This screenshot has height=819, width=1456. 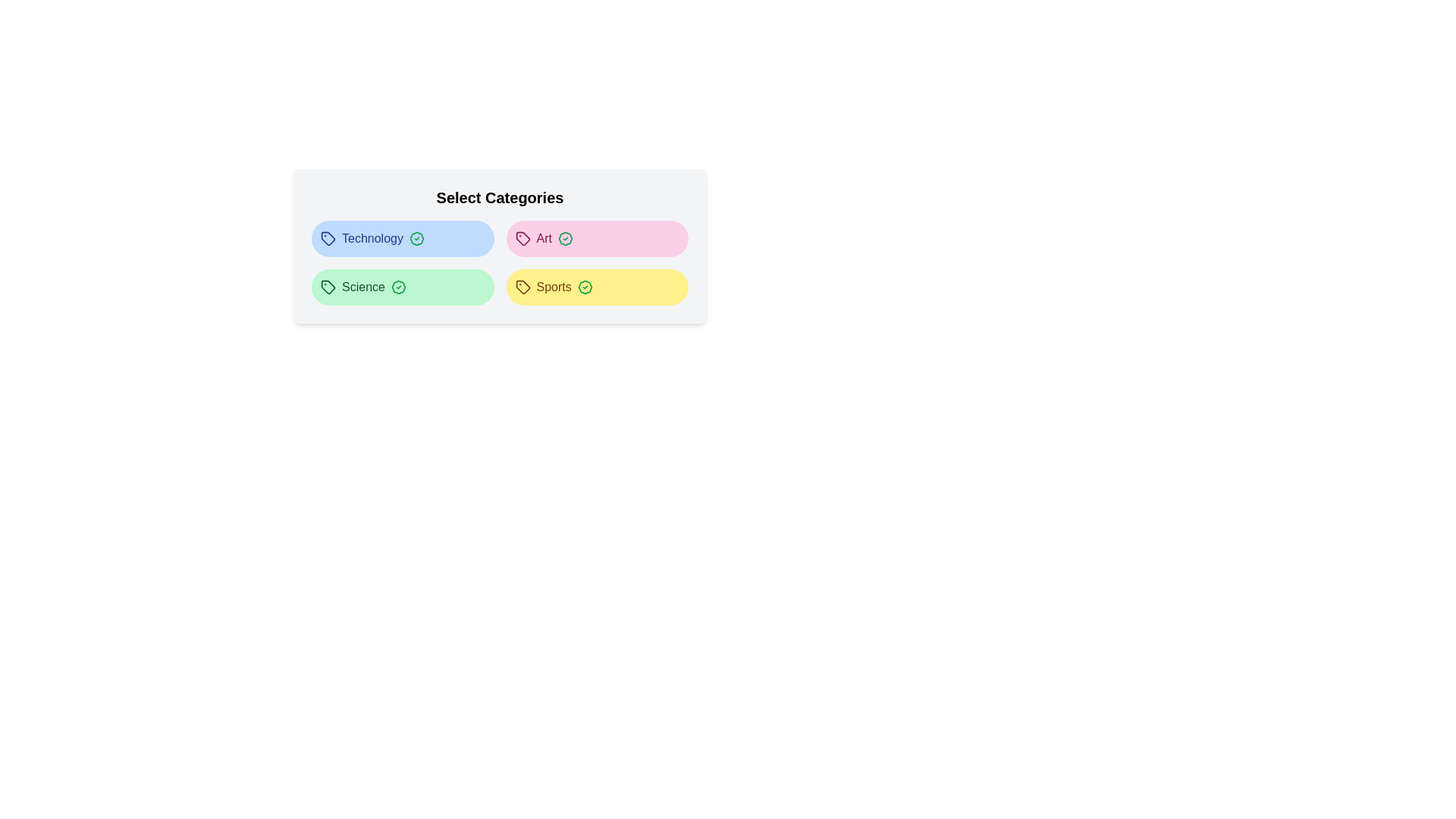 I want to click on the category tag labeled Science, so click(x=403, y=287).